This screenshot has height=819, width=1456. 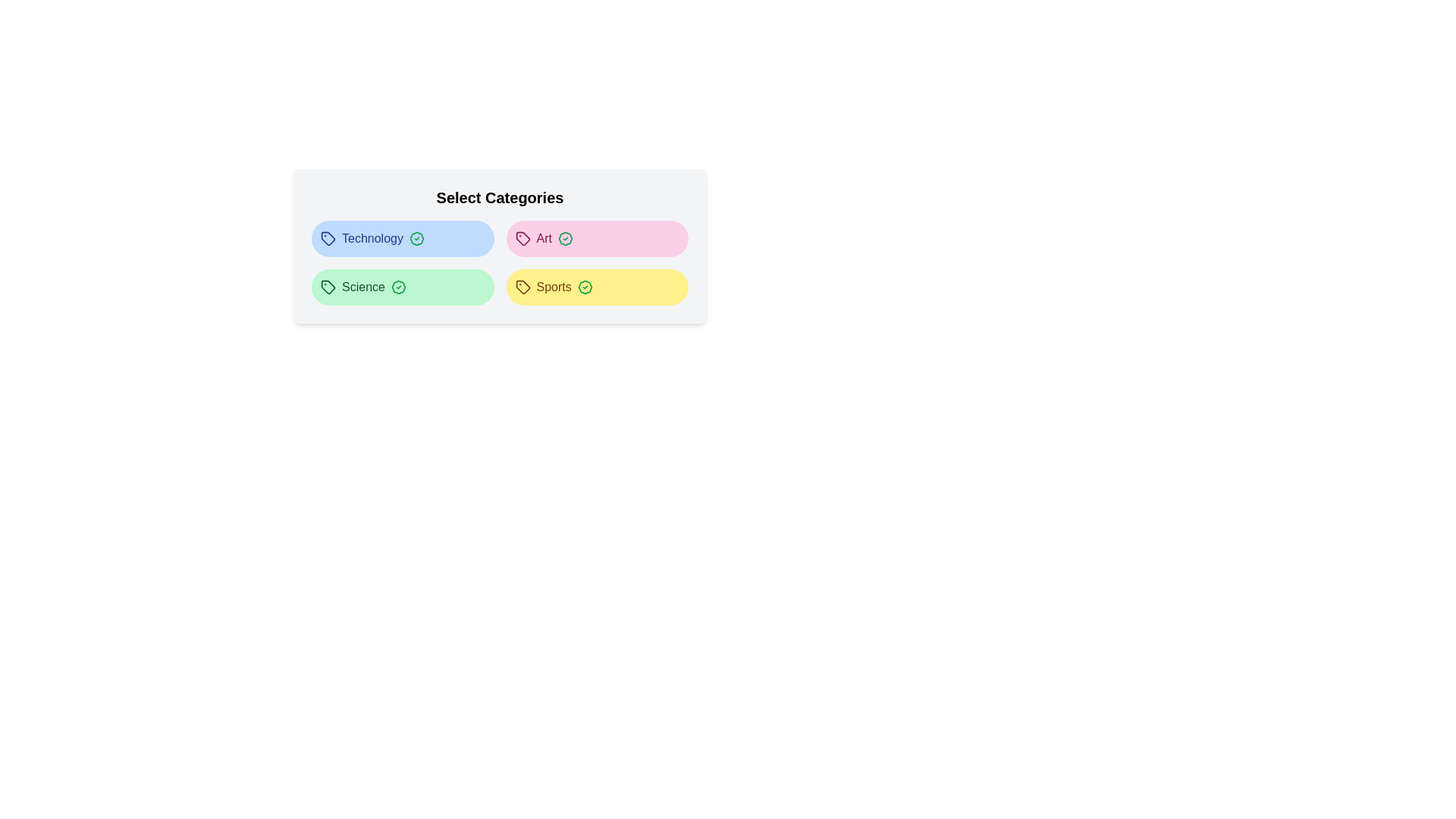 I want to click on the category tag labeled Science, so click(x=403, y=287).